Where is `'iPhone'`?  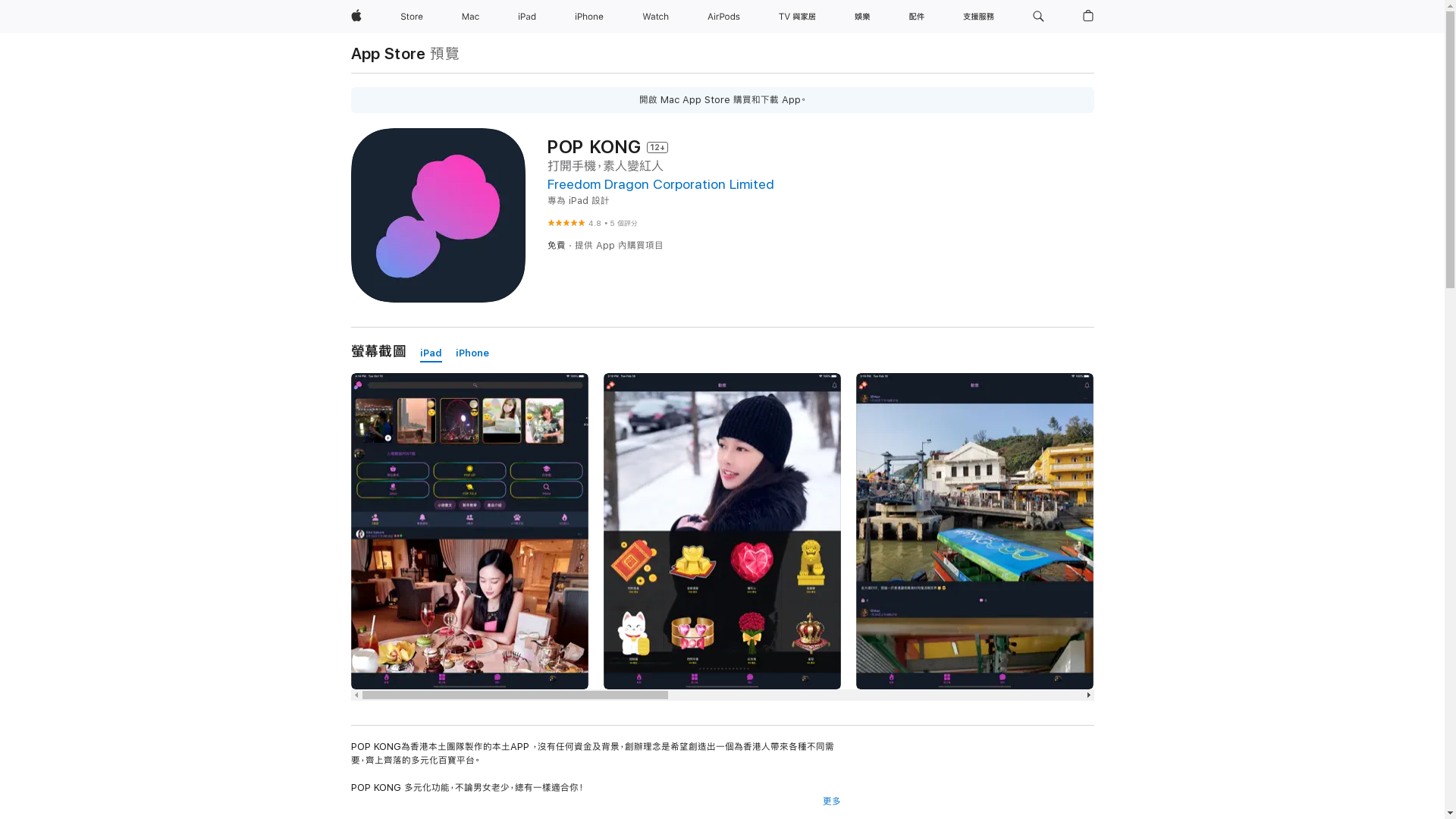
'iPhone' is located at coordinates (472, 353).